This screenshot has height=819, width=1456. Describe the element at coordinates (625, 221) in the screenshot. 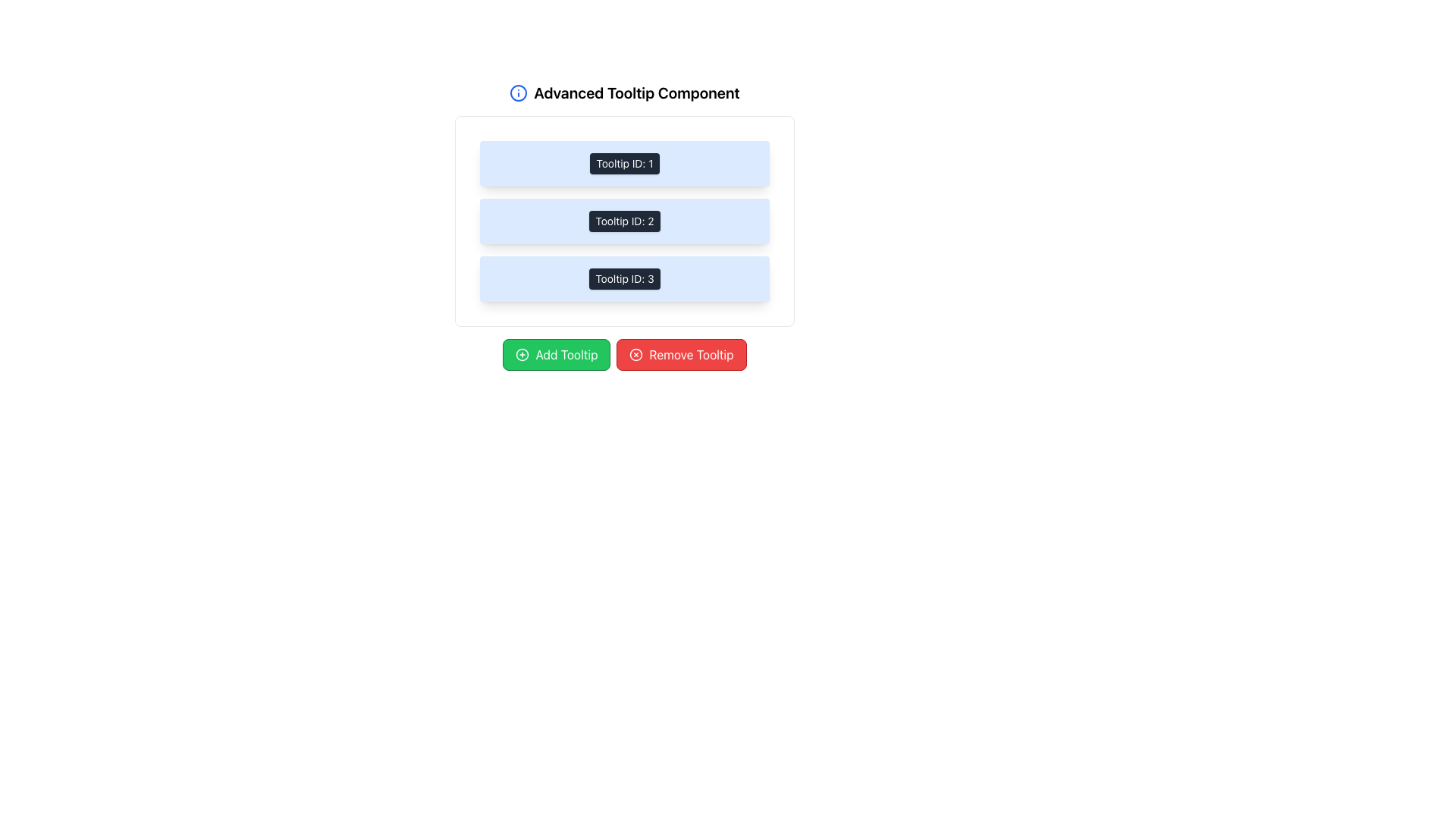

I see `the text displayed in the second Tooltip label, which provides additional context or information, located between 'Tooltip ID: 1' and 'Tooltip ID: 3'` at that location.